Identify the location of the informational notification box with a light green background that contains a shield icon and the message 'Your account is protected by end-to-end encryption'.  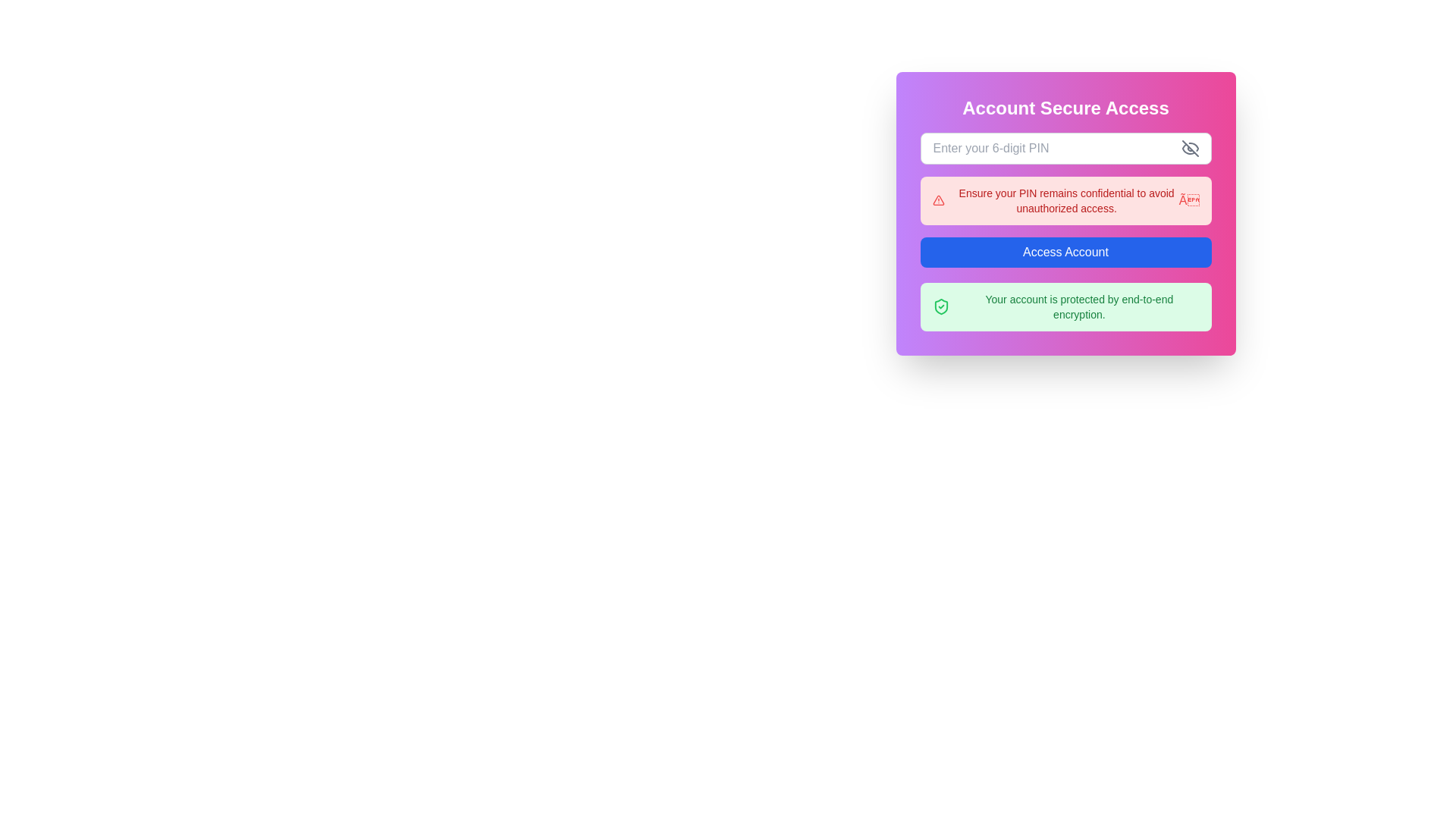
(1065, 307).